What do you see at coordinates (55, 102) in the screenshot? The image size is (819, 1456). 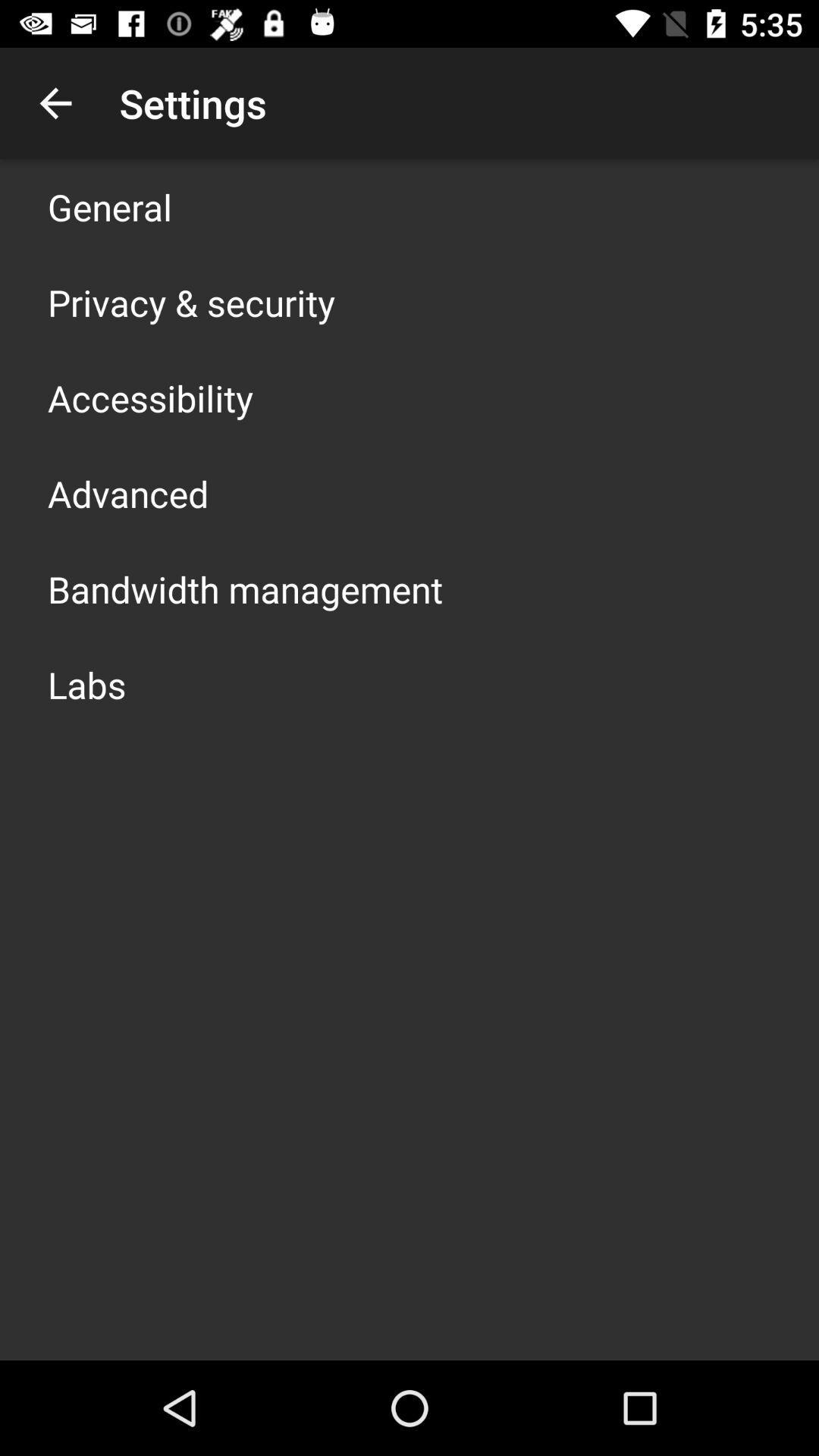 I see `icon above general` at bounding box center [55, 102].